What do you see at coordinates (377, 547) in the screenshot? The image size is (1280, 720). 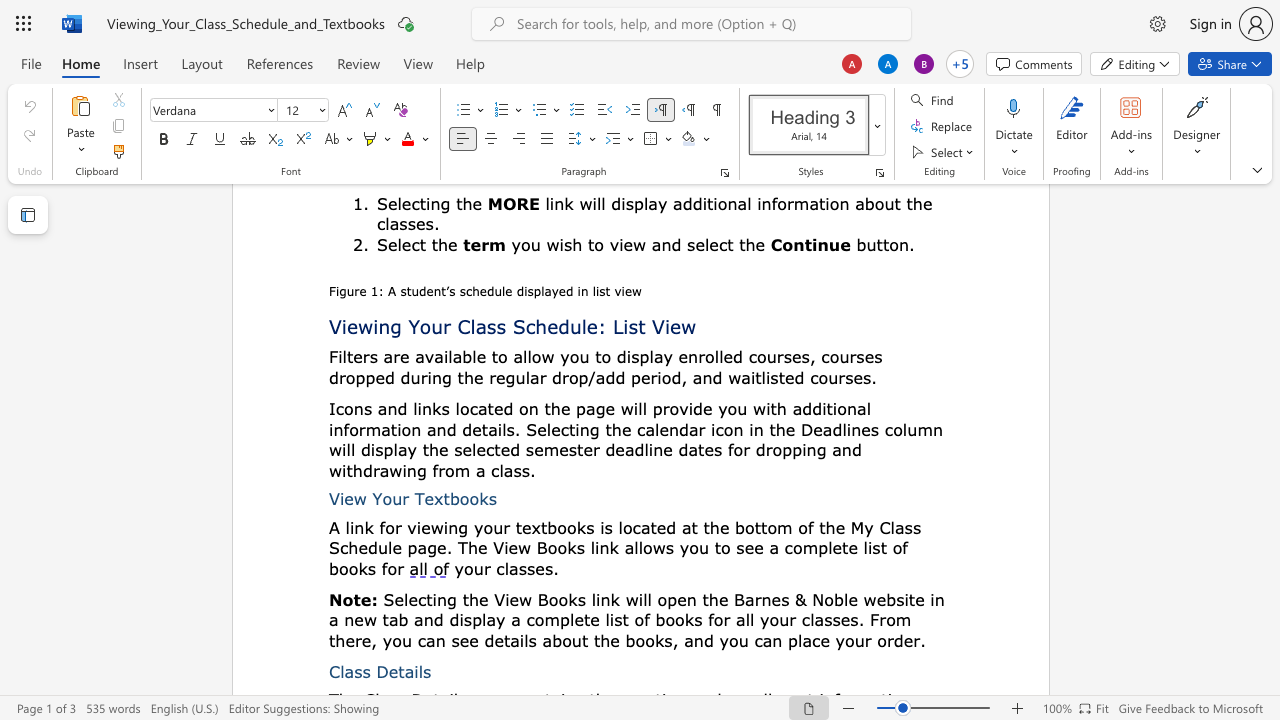 I see `the space between the continuous character "d" and "u" in the text` at bounding box center [377, 547].